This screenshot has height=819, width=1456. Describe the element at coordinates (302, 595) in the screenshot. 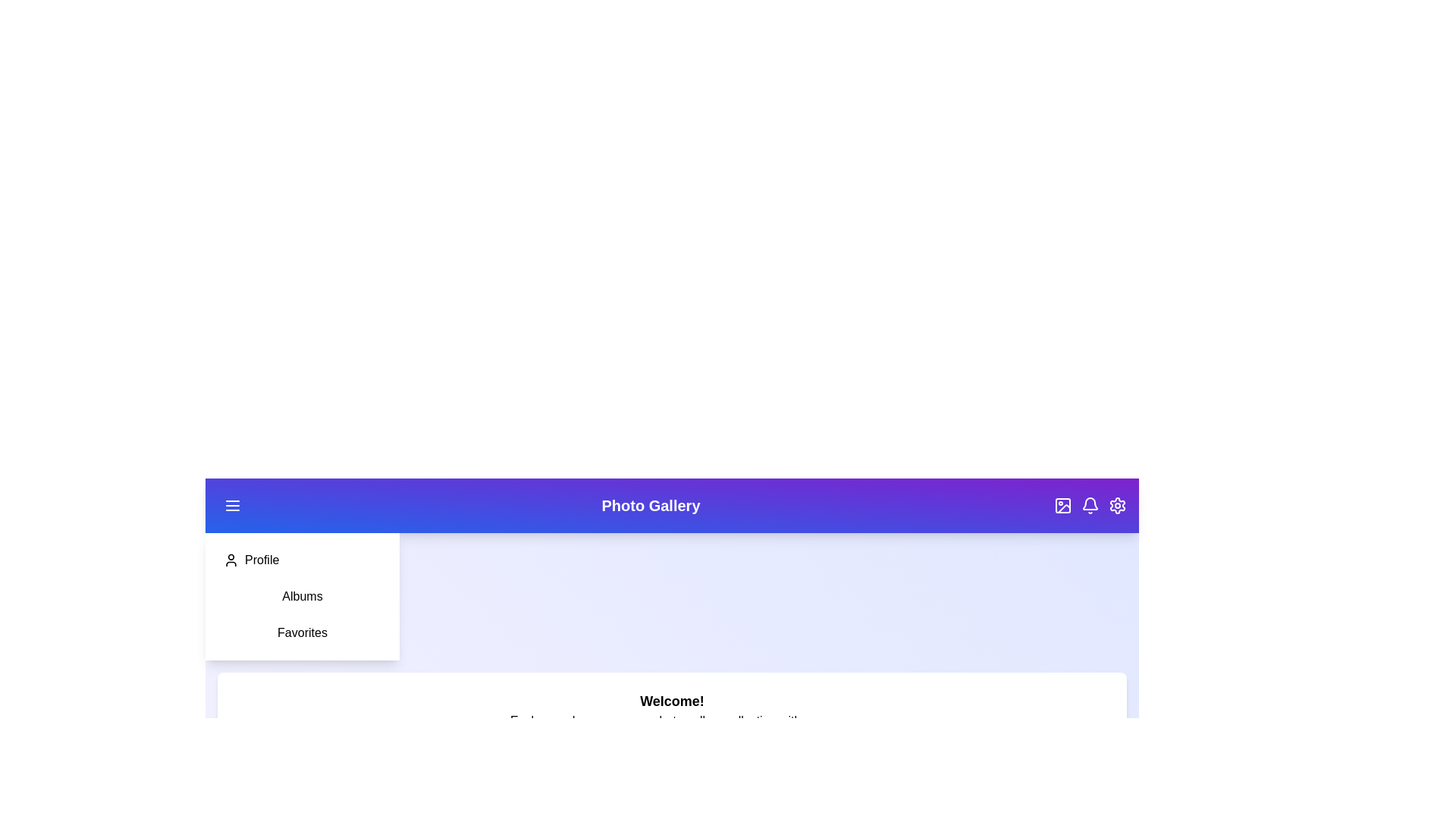

I see `the 'Albums' option in the sidebar` at that location.